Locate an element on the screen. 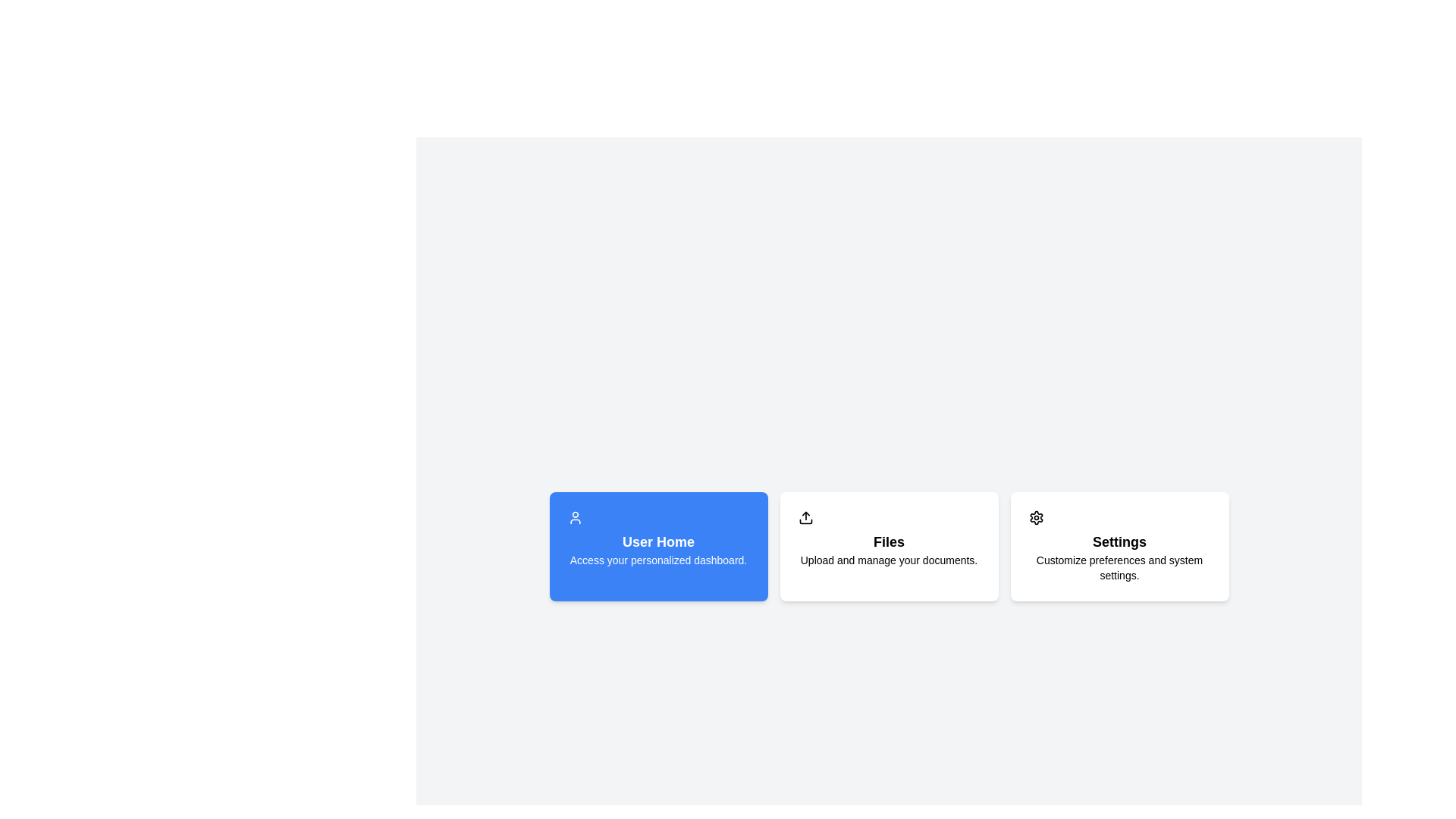 The image size is (1456, 819). the static text element that reads 'User Home', which is styled in bold white font against a blue background, indicating its prominence as a title or headline is located at coordinates (658, 541).